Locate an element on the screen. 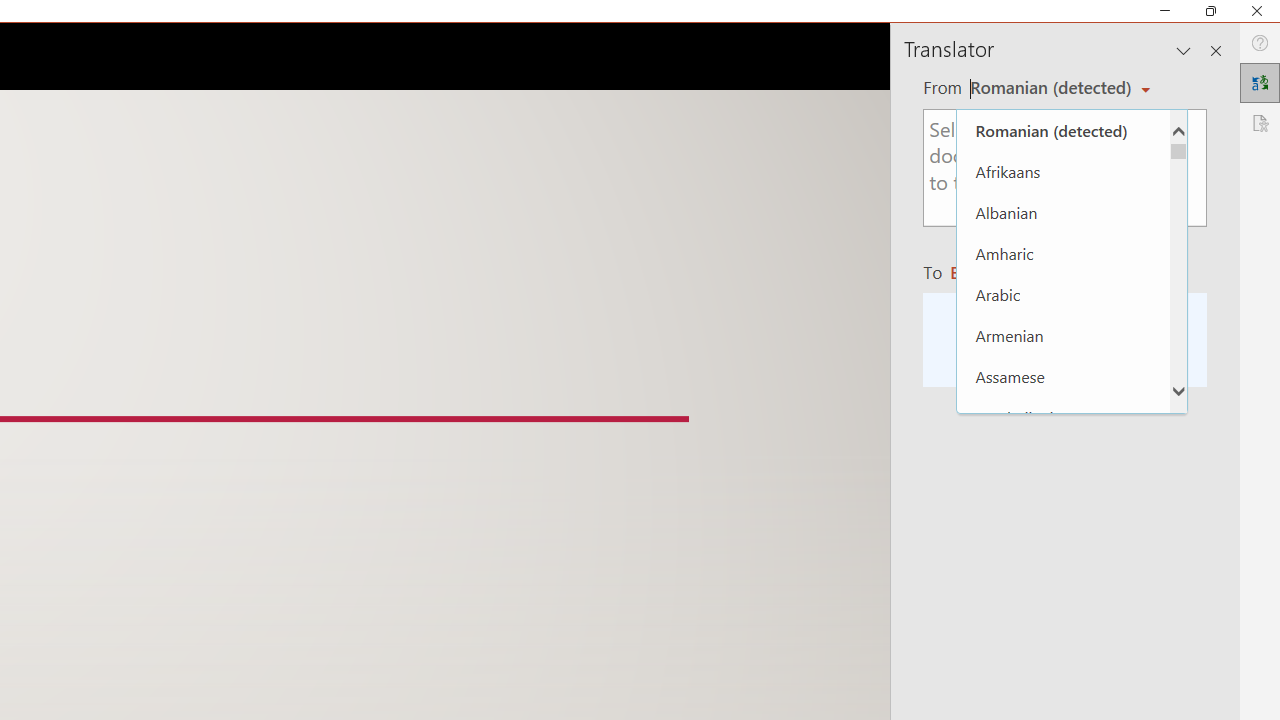  'Albanian' is located at coordinates (1062, 212).